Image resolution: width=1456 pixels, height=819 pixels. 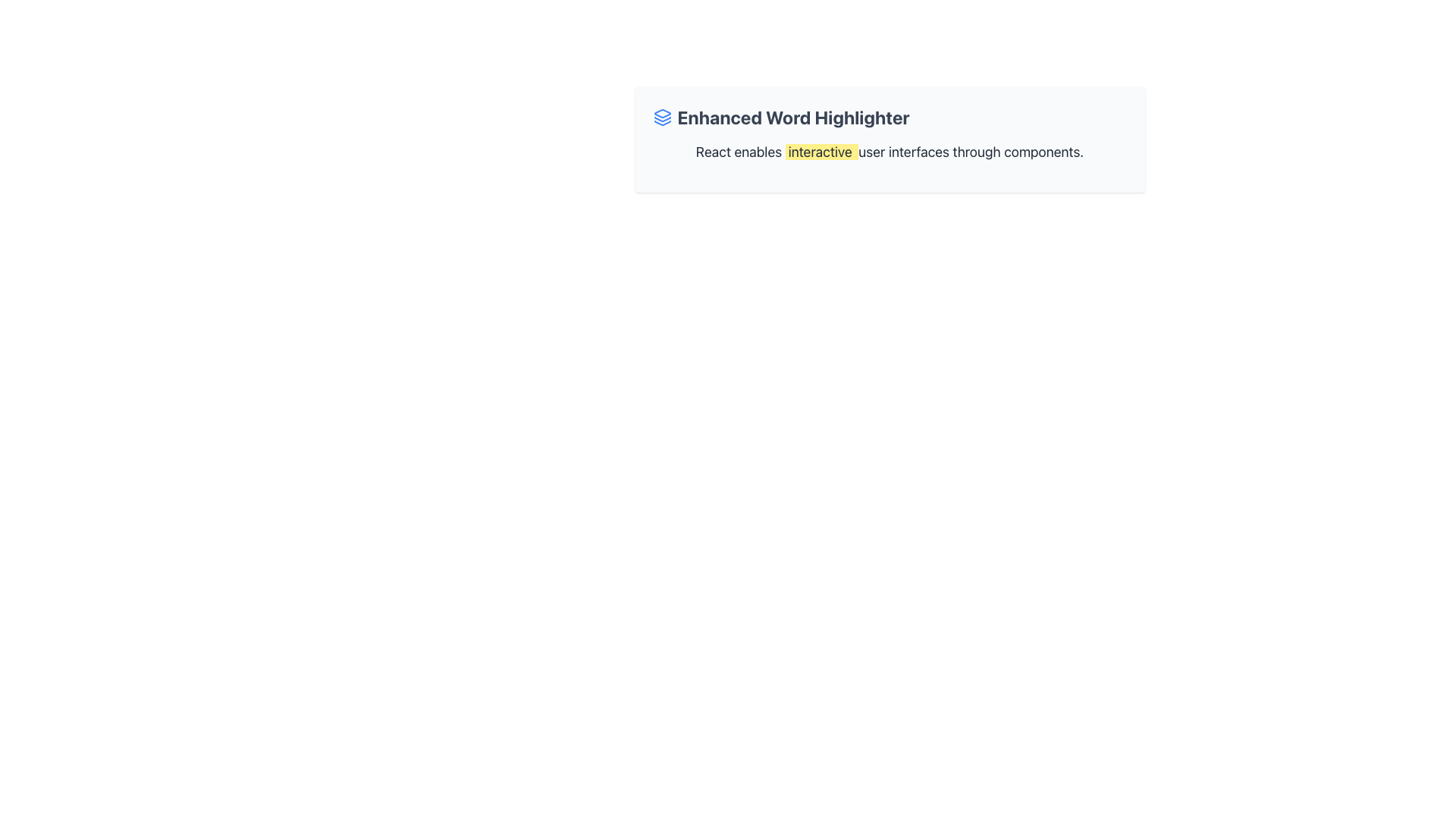 I want to click on text label with icon that serves as a section header, positioned above a descriptive text block, so click(x=890, y=116).